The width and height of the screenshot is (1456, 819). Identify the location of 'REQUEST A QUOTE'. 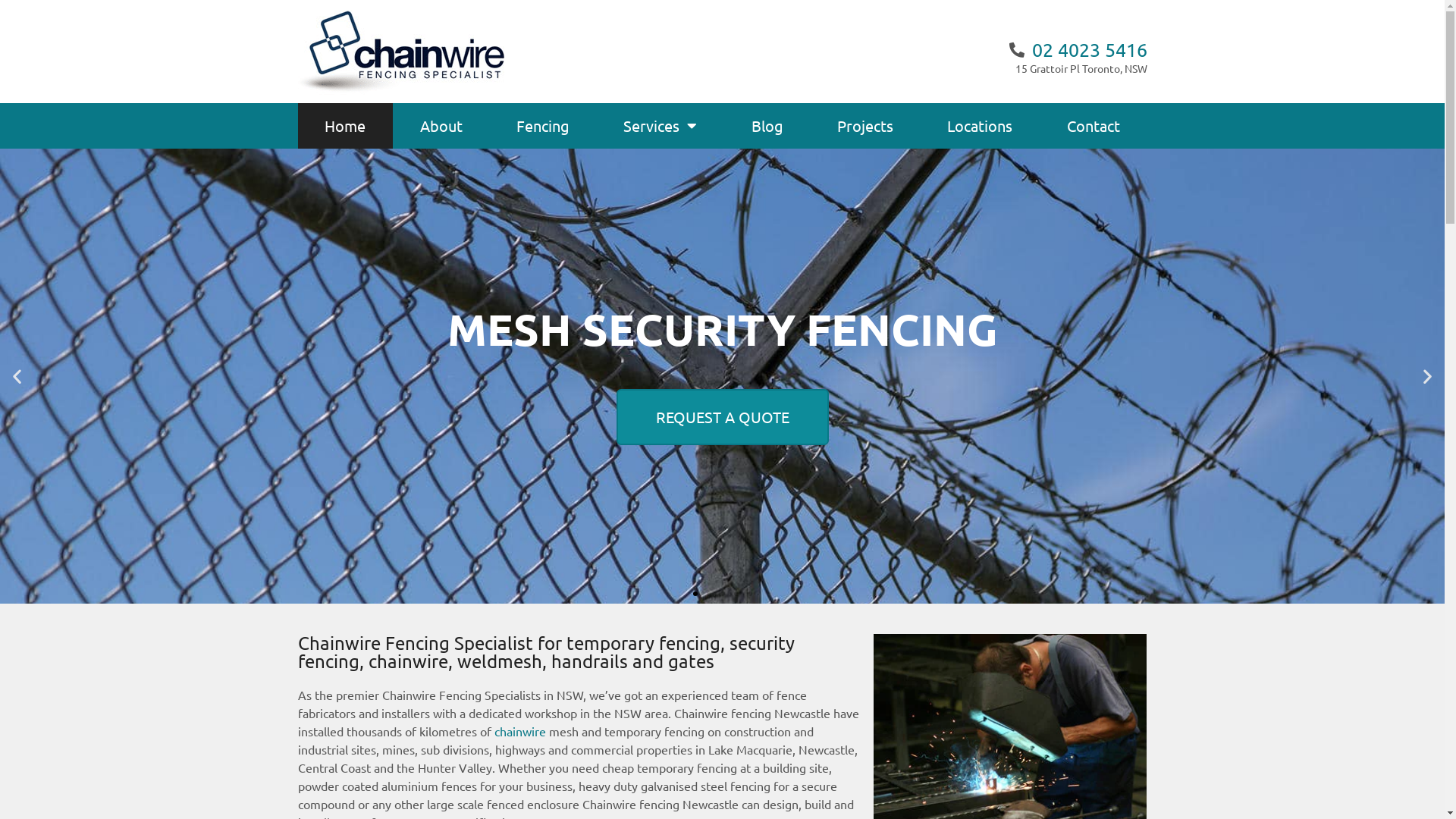
(720, 417).